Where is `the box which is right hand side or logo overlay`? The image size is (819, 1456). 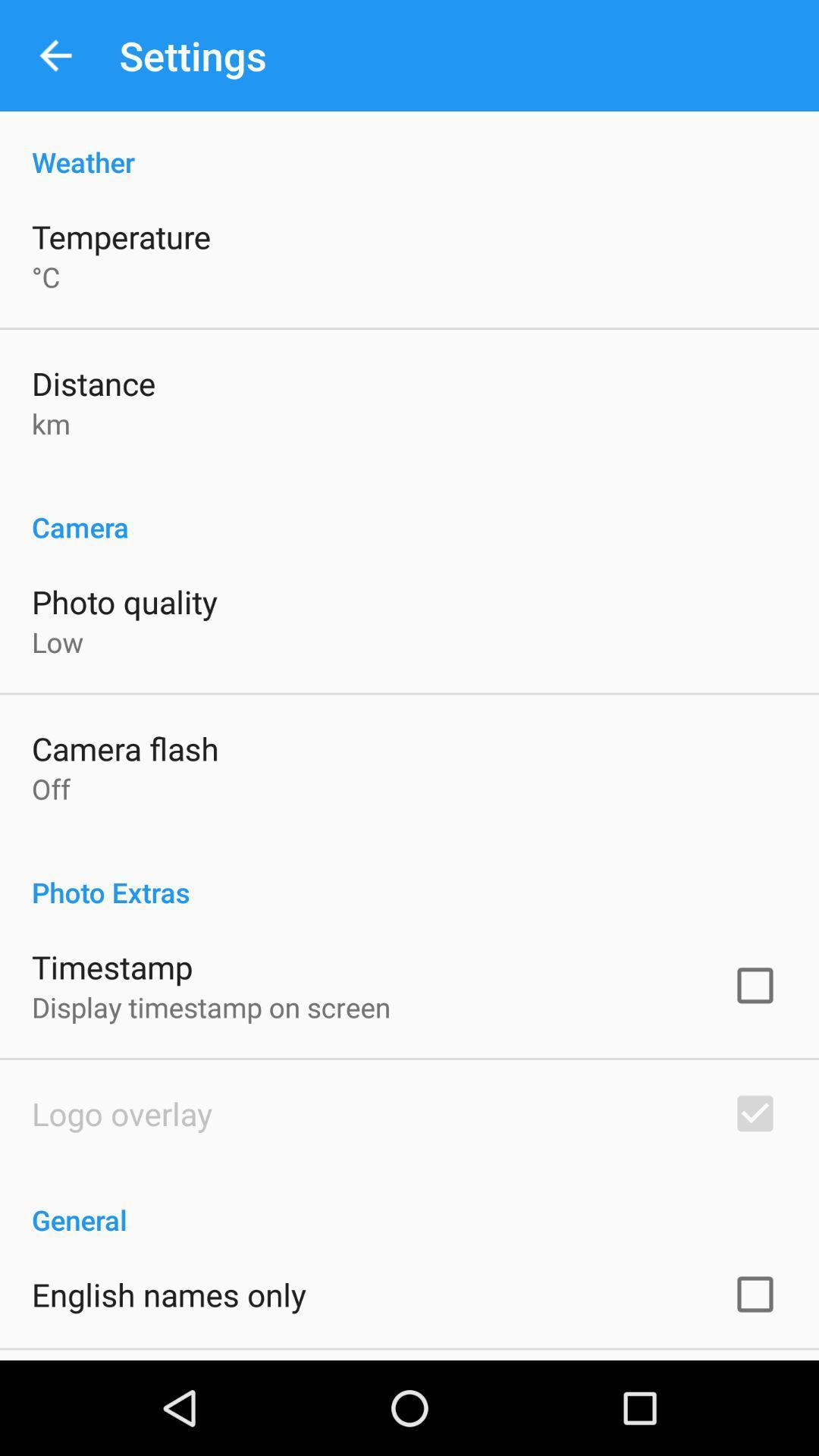
the box which is right hand side or logo overlay is located at coordinates (755, 1113).